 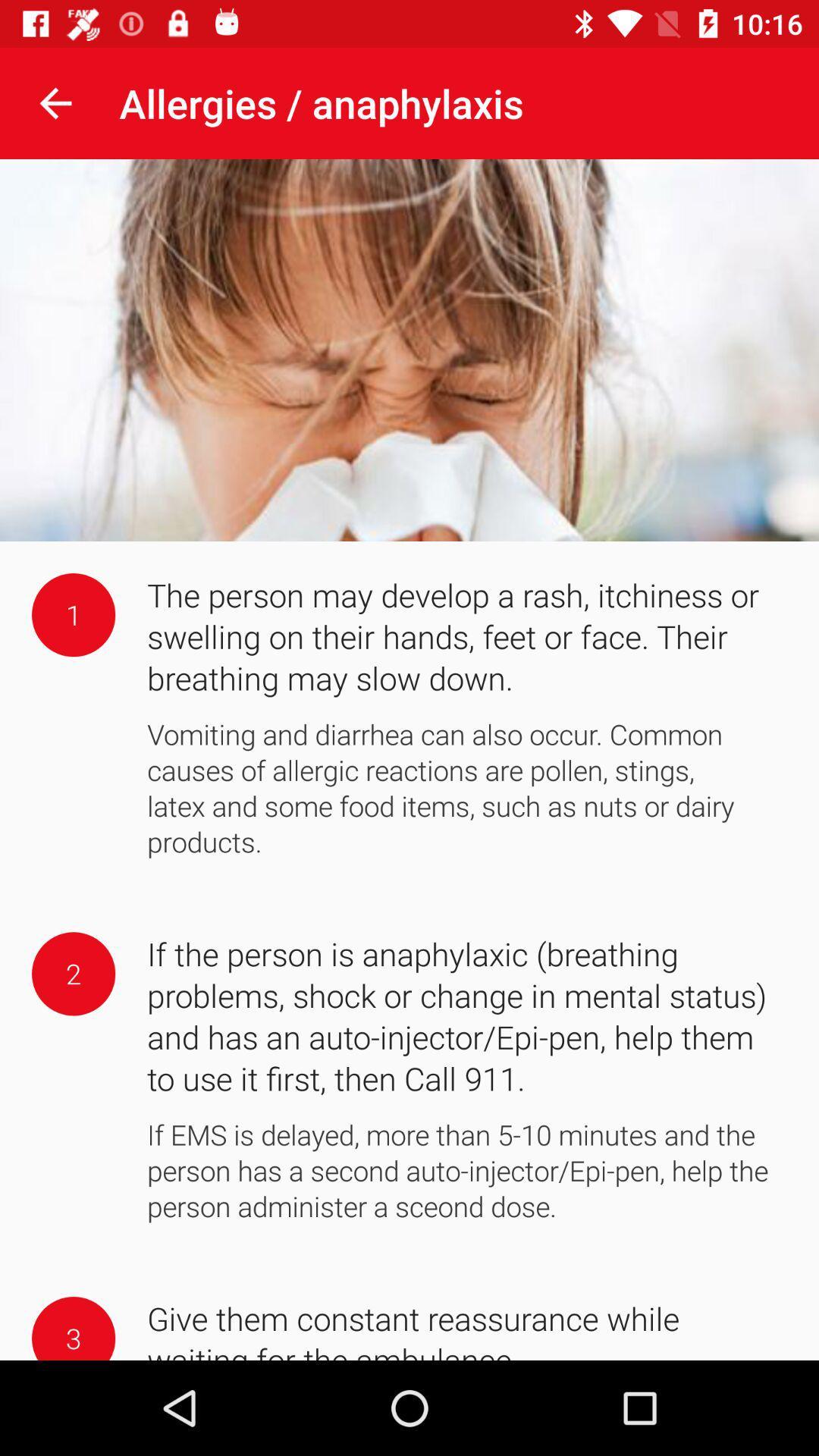 What do you see at coordinates (55, 102) in the screenshot?
I see `the item next to the allergies / anaphylaxis` at bounding box center [55, 102].